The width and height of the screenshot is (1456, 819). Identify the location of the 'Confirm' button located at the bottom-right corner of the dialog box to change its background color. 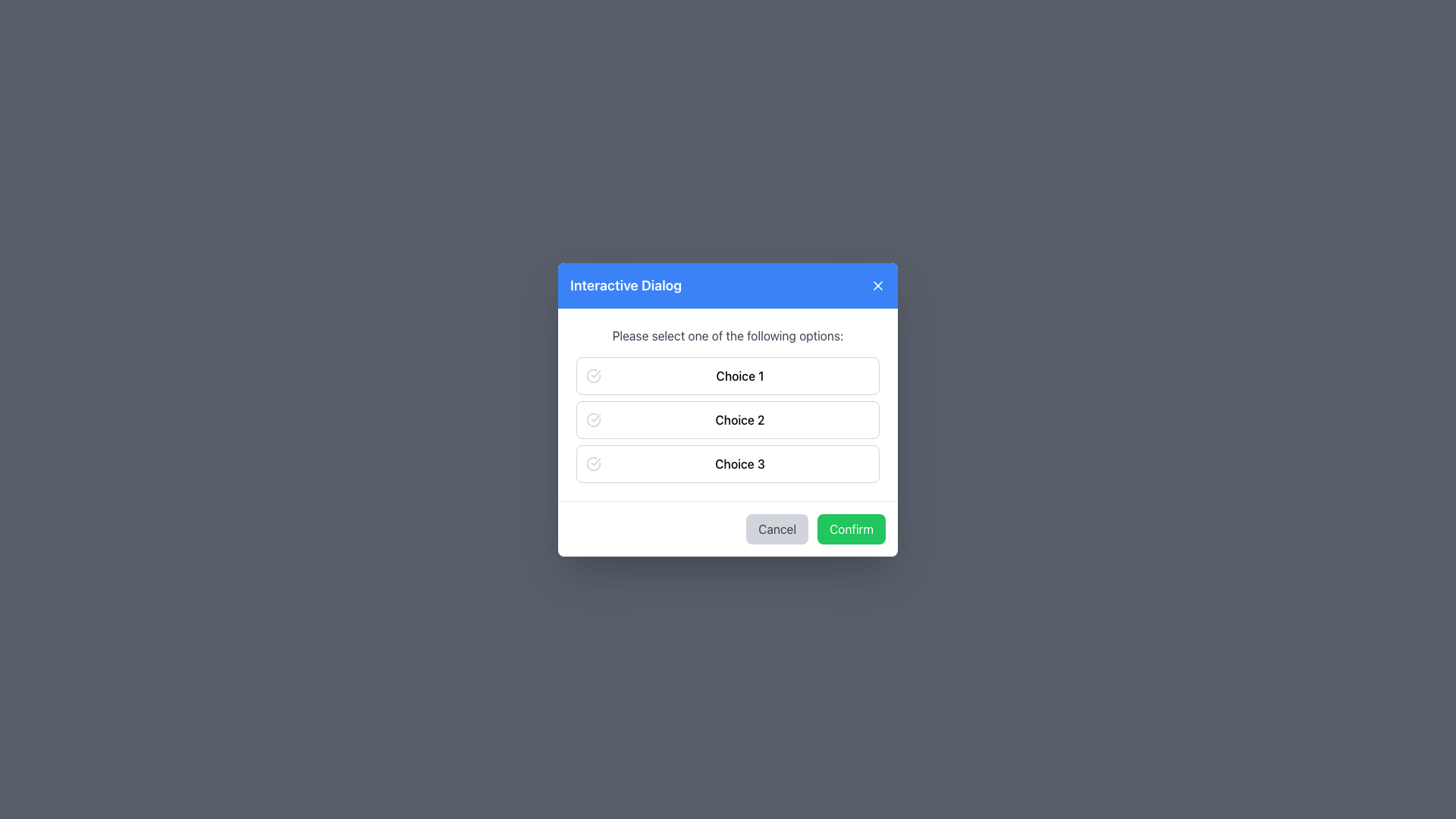
(852, 528).